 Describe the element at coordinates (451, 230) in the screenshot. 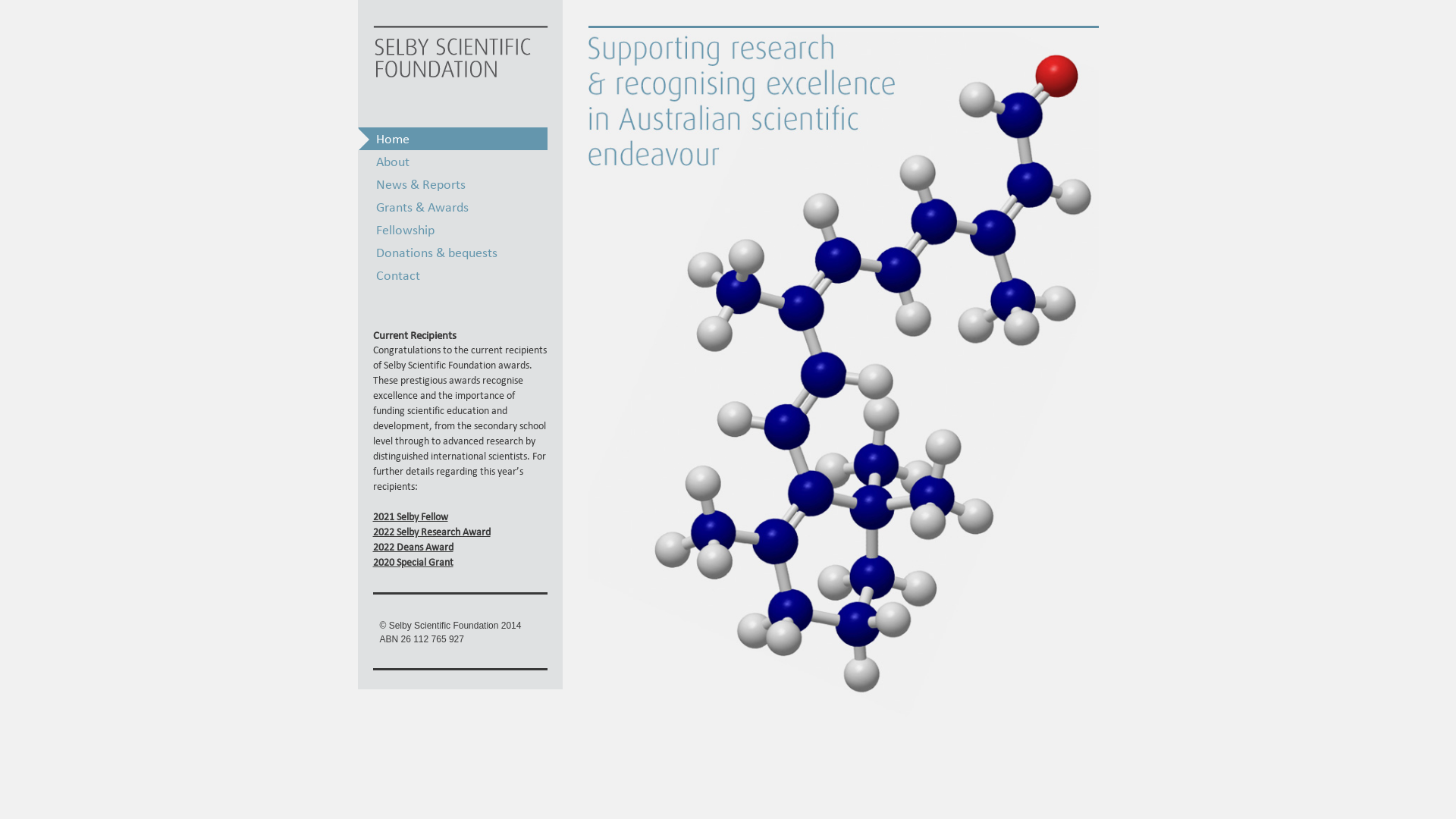

I see `'Fellowship'` at that location.